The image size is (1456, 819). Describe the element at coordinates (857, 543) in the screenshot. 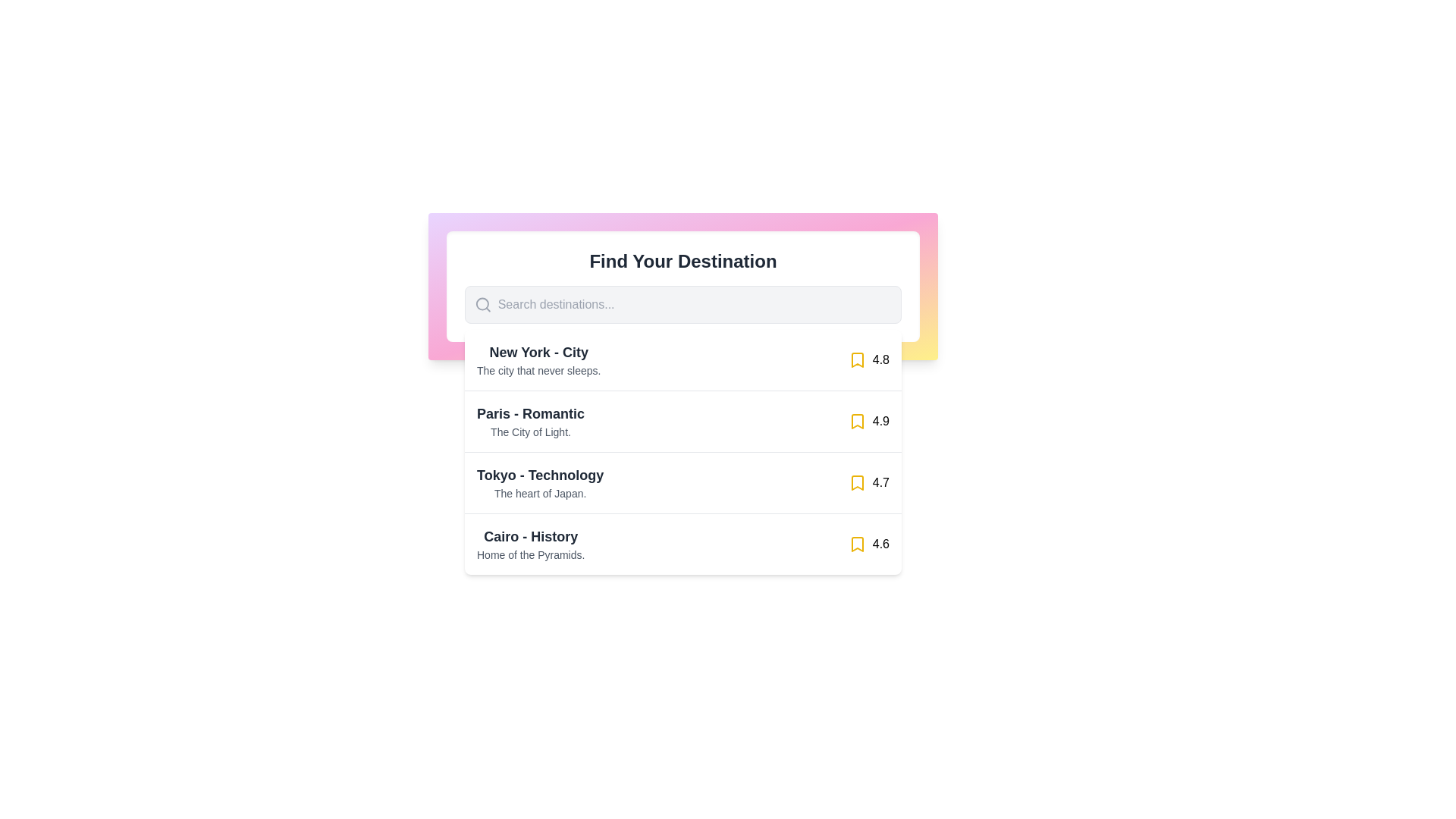

I see `the fourth bookmark icon in the list of destinations` at that location.